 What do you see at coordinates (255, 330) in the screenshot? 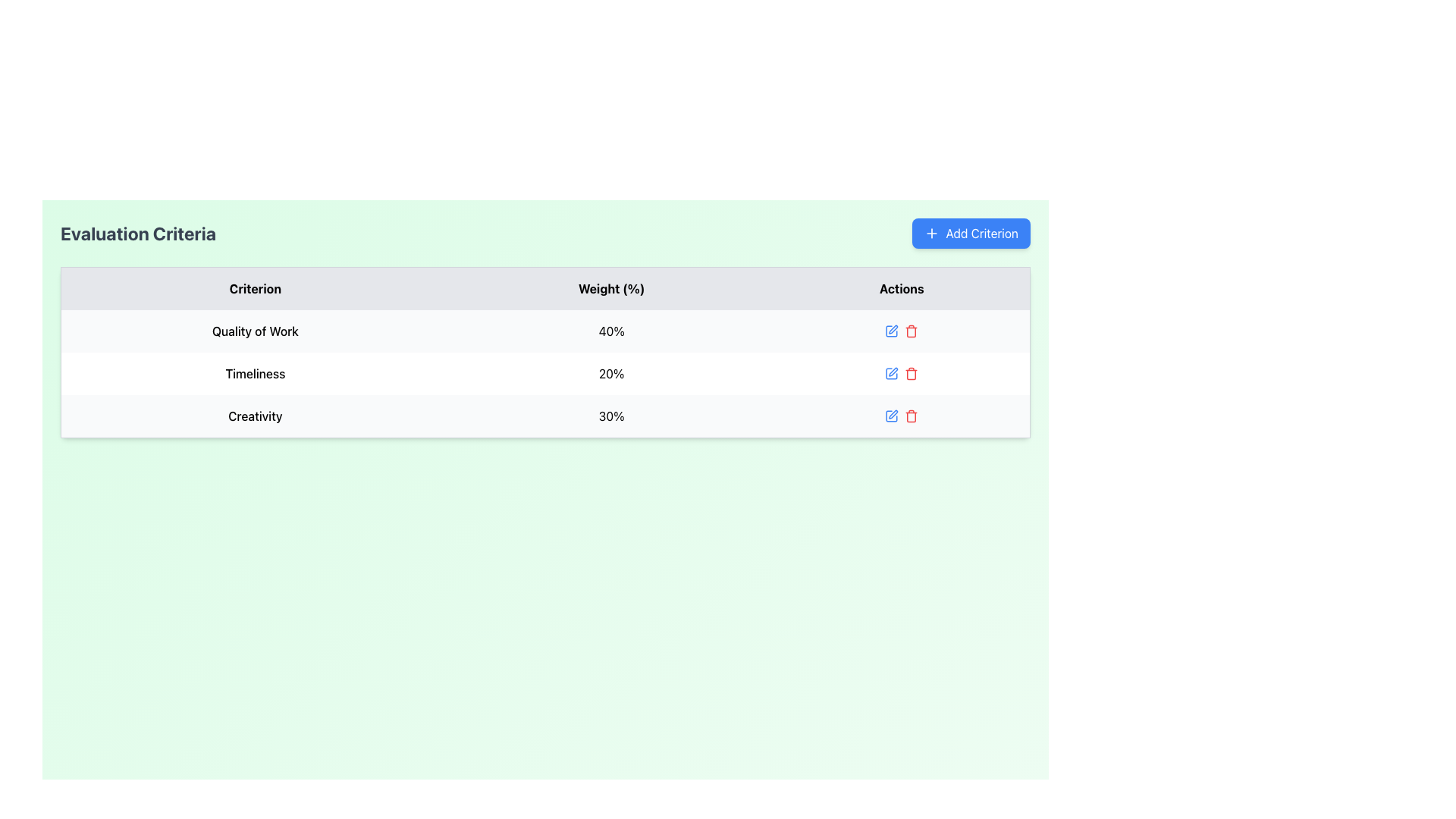
I see `the 'Quality of Work' text label, which is a black, center-aligned label located at the leftmost position of its row under the 'Criterion' heading` at bounding box center [255, 330].